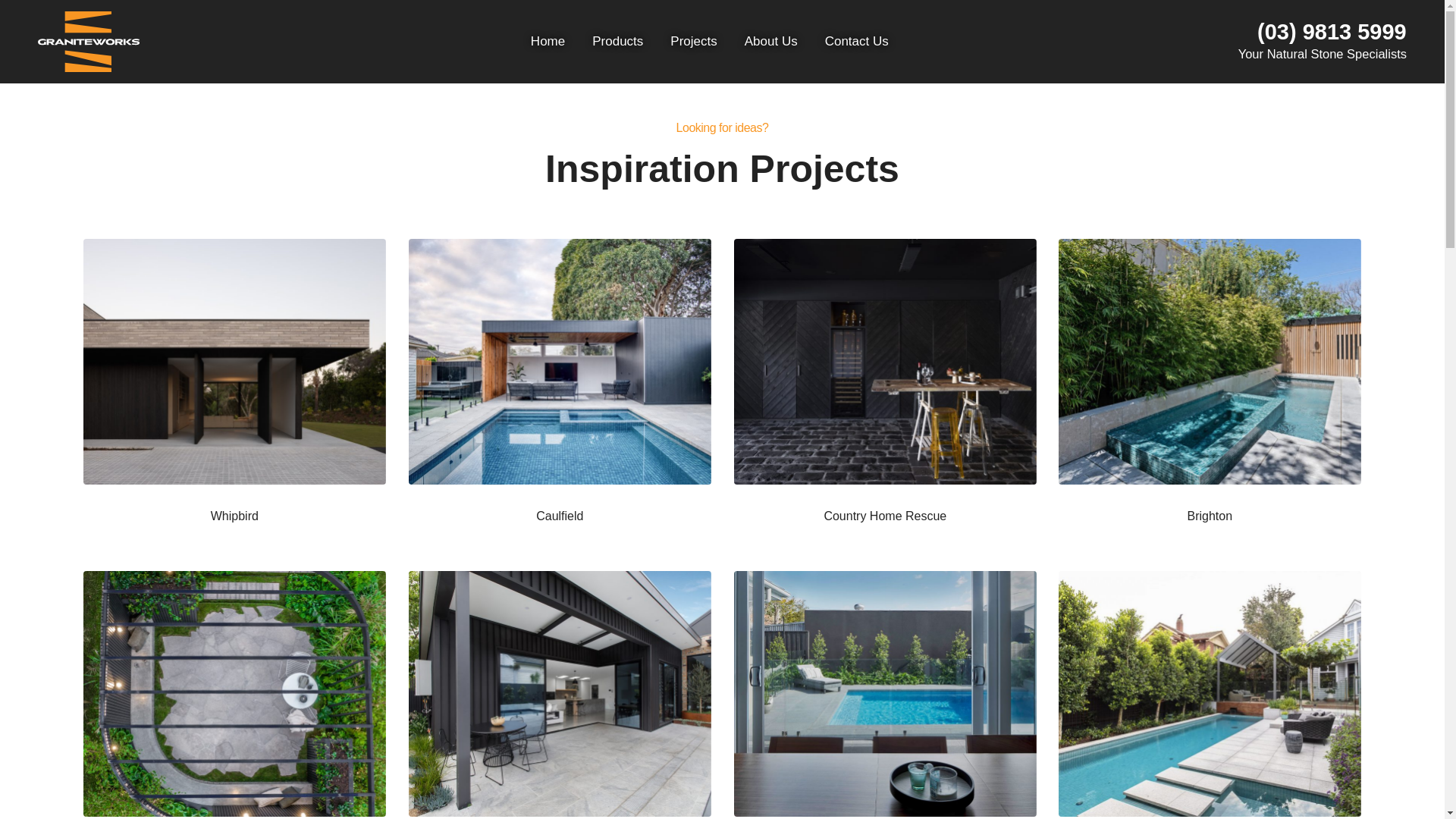 The image size is (1456, 819). Describe the element at coordinates (771, 40) in the screenshot. I see `'About Us'` at that location.